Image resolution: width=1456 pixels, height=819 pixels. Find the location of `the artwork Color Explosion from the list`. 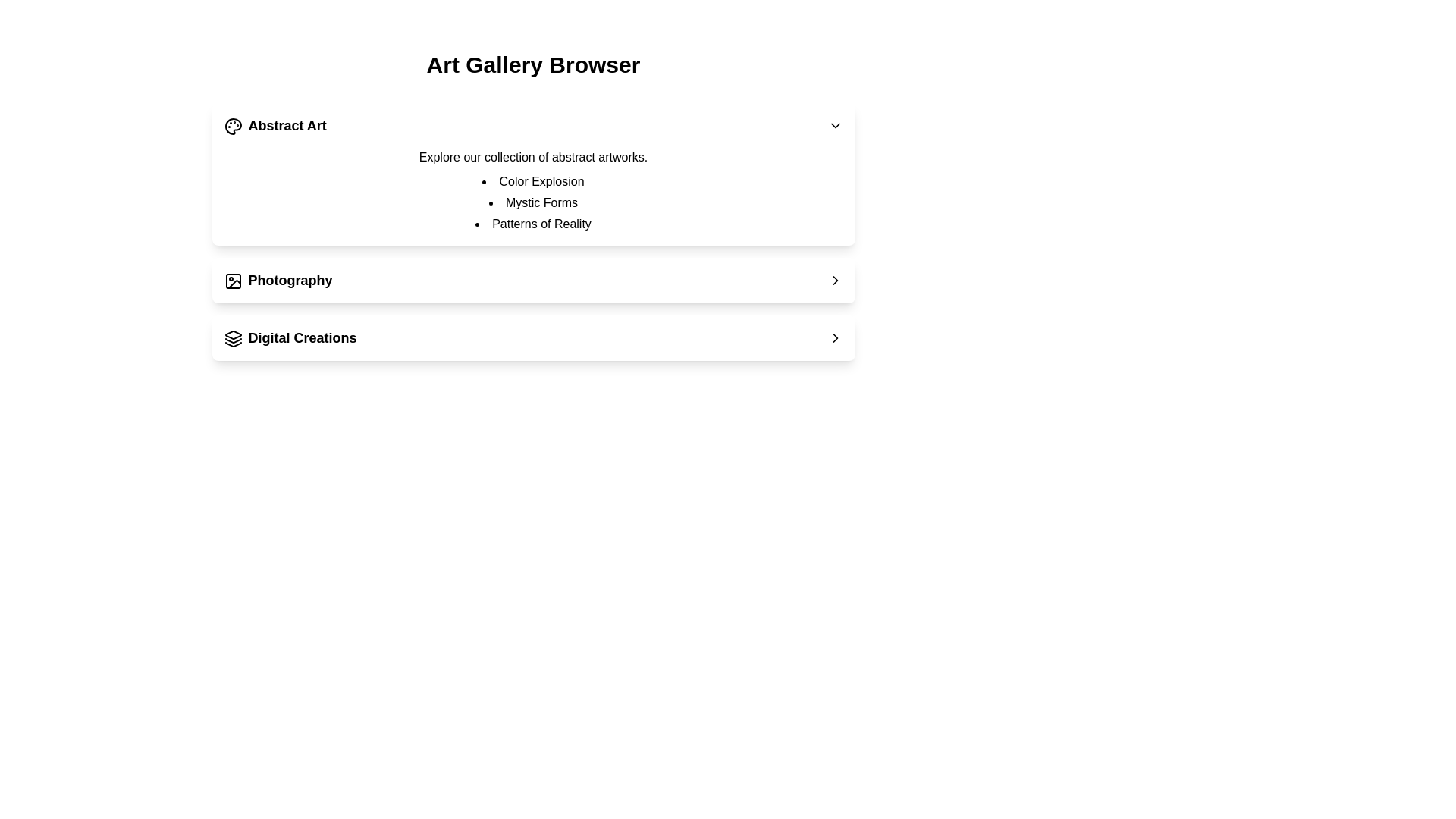

the artwork Color Explosion from the list is located at coordinates (533, 180).